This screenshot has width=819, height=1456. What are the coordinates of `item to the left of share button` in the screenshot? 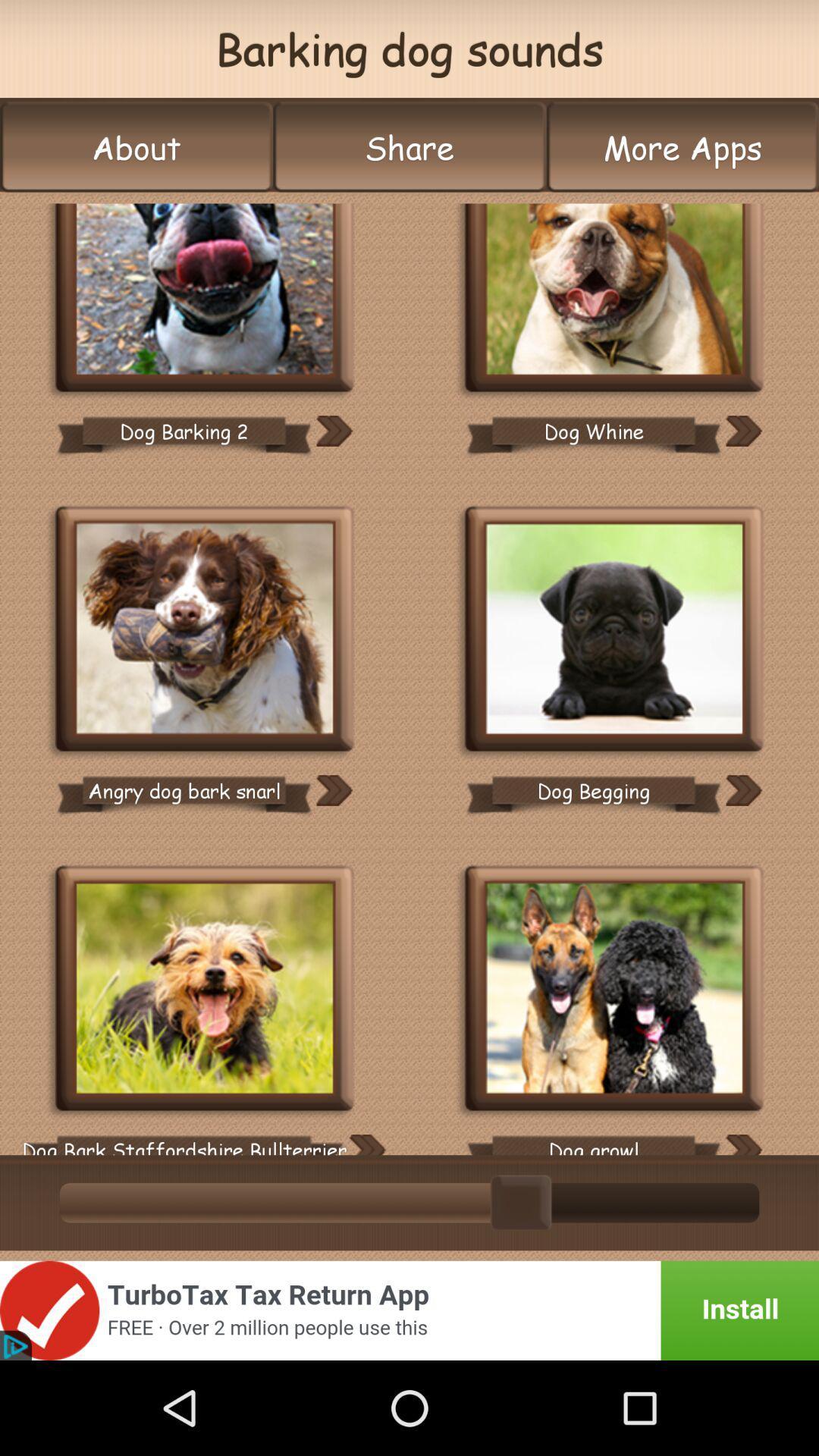 It's located at (136, 147).